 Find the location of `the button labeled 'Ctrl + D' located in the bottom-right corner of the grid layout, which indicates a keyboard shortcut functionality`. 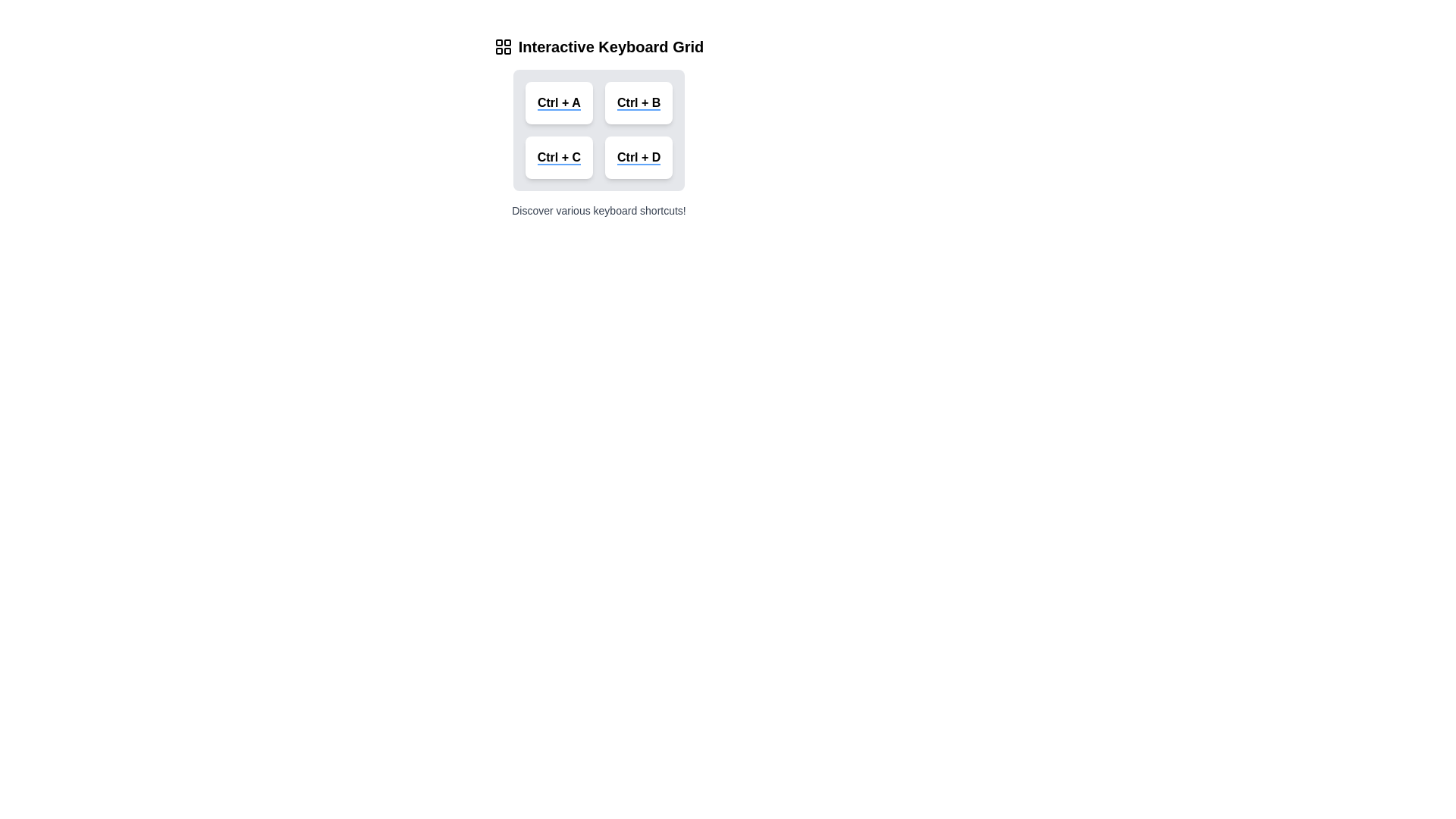

the button labeled 'Ctrl + D' located in the bottom-right corner of the grid layout, which indicates a keyboard shortcut functionality is located at coordinates (639, 158).